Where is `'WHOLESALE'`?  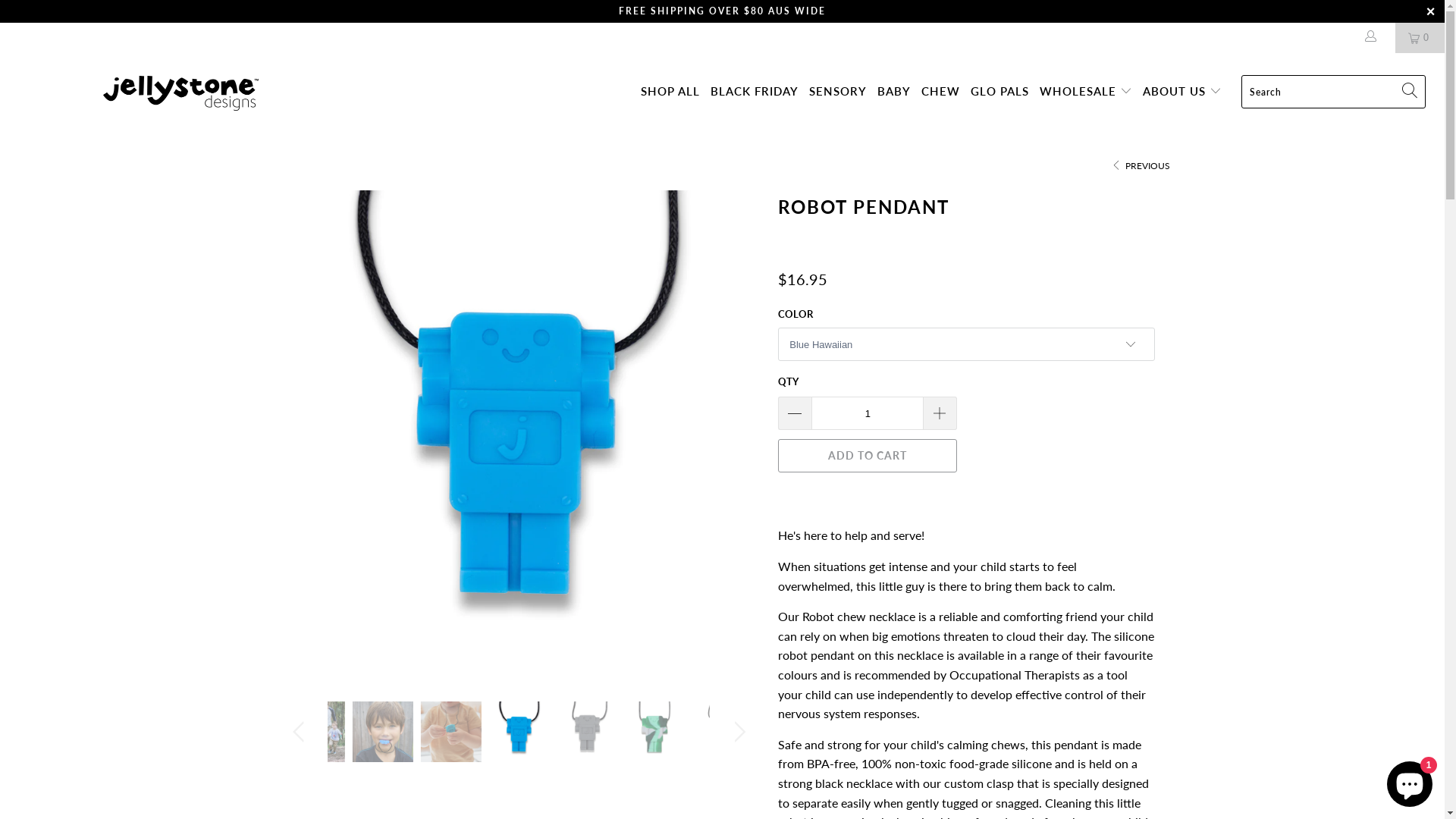 'WHOLESALE' is located at coordinates (1039, 91).